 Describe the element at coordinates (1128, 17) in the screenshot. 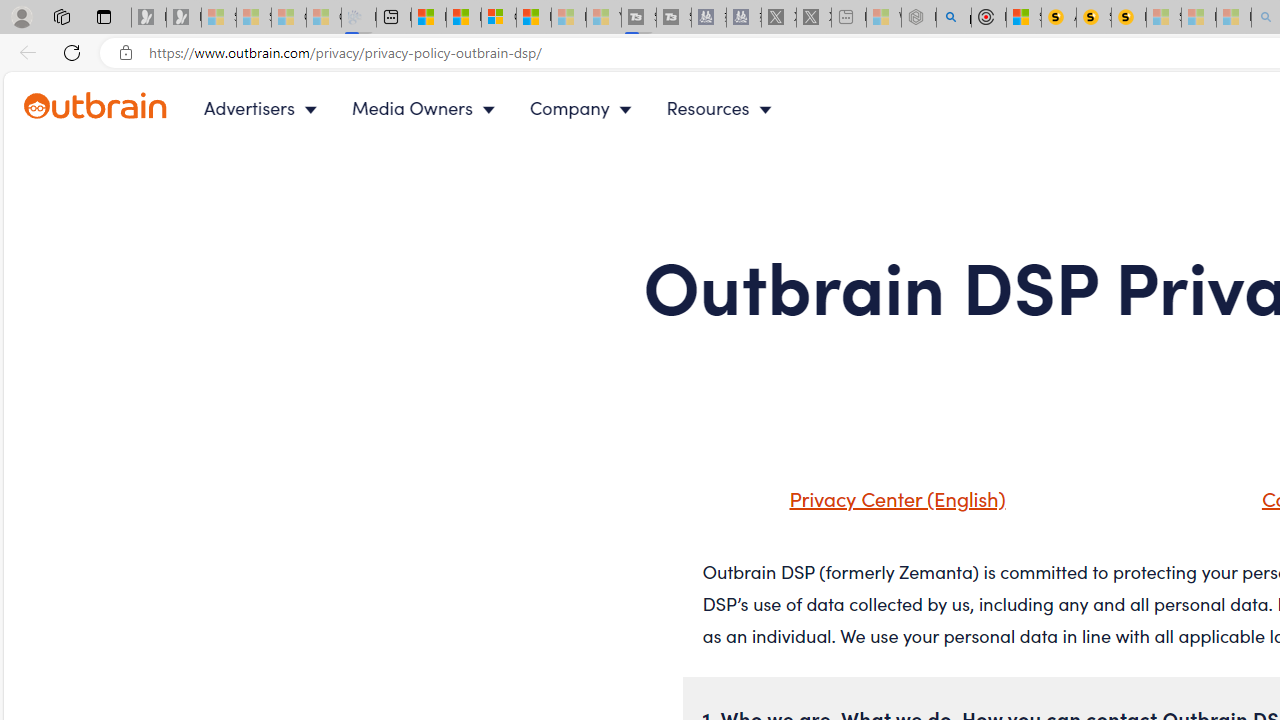

I see `'Michelle Starr, Senior Journalist at ScienceAlert'` at that location.